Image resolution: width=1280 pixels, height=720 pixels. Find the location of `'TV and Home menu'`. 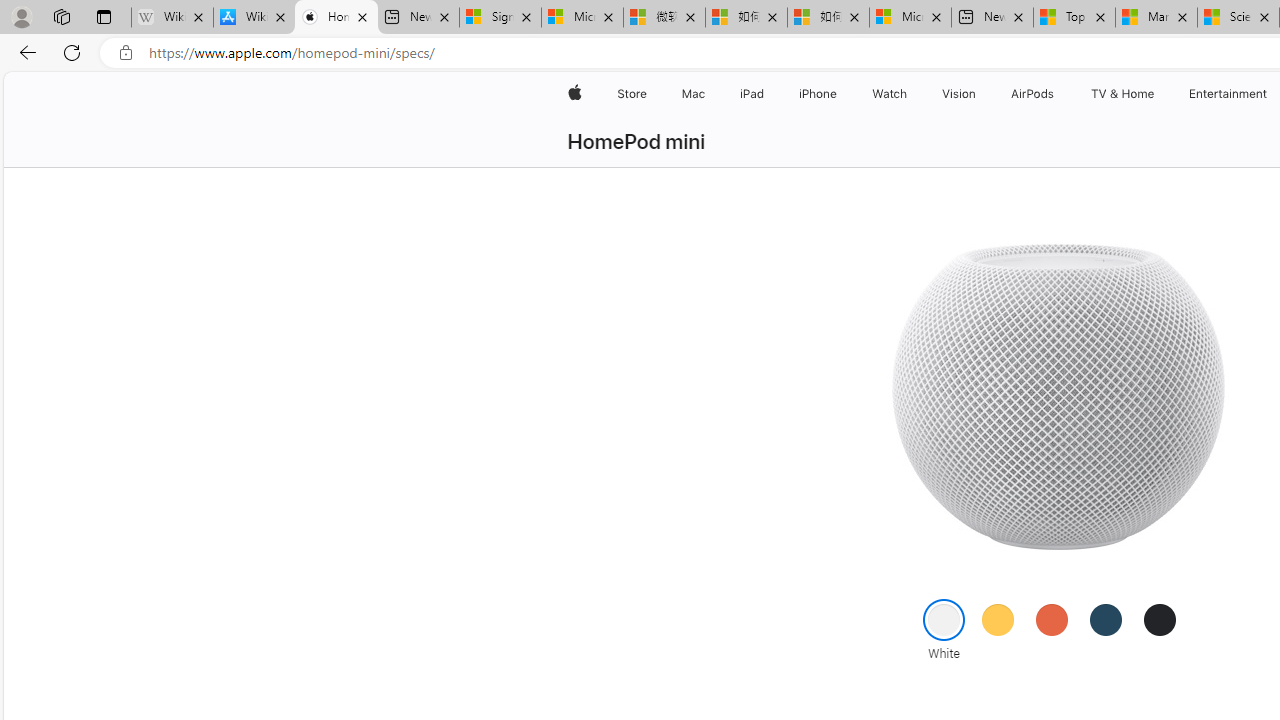

'TV and Home menu' is located at coordinates (1158, 93).